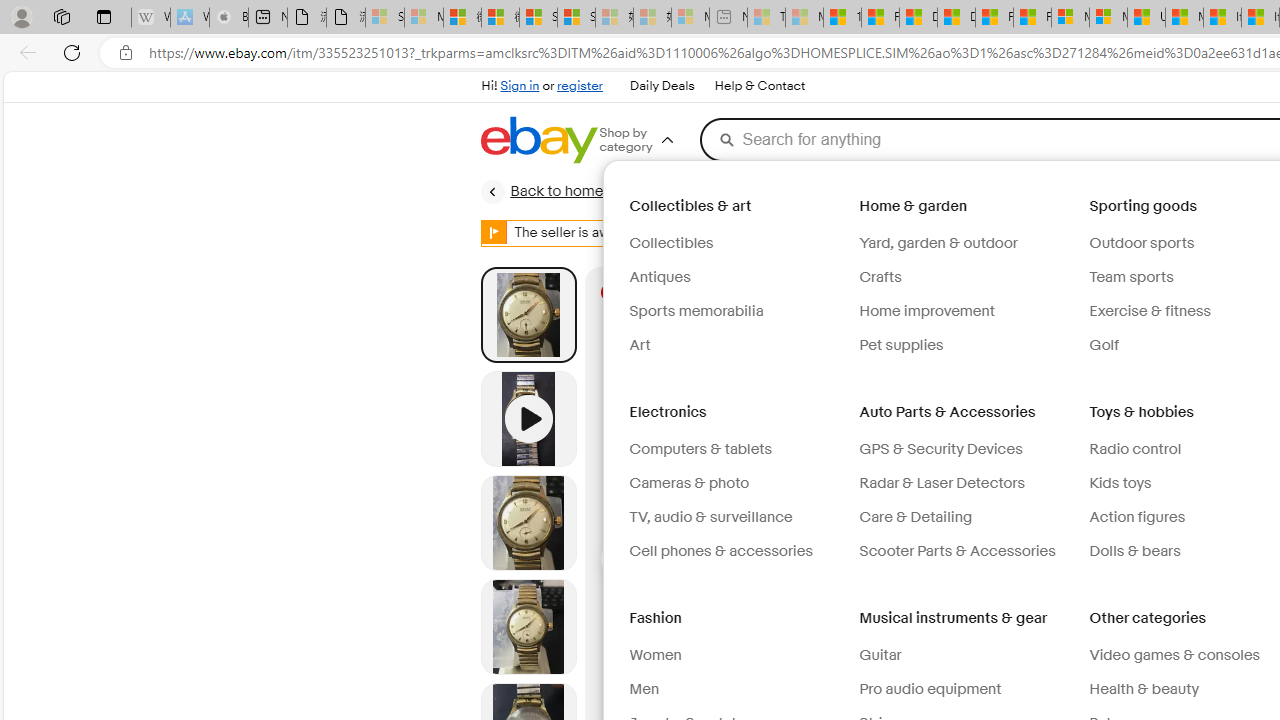  I want to click on 'Home improvement', so click(966, 312).